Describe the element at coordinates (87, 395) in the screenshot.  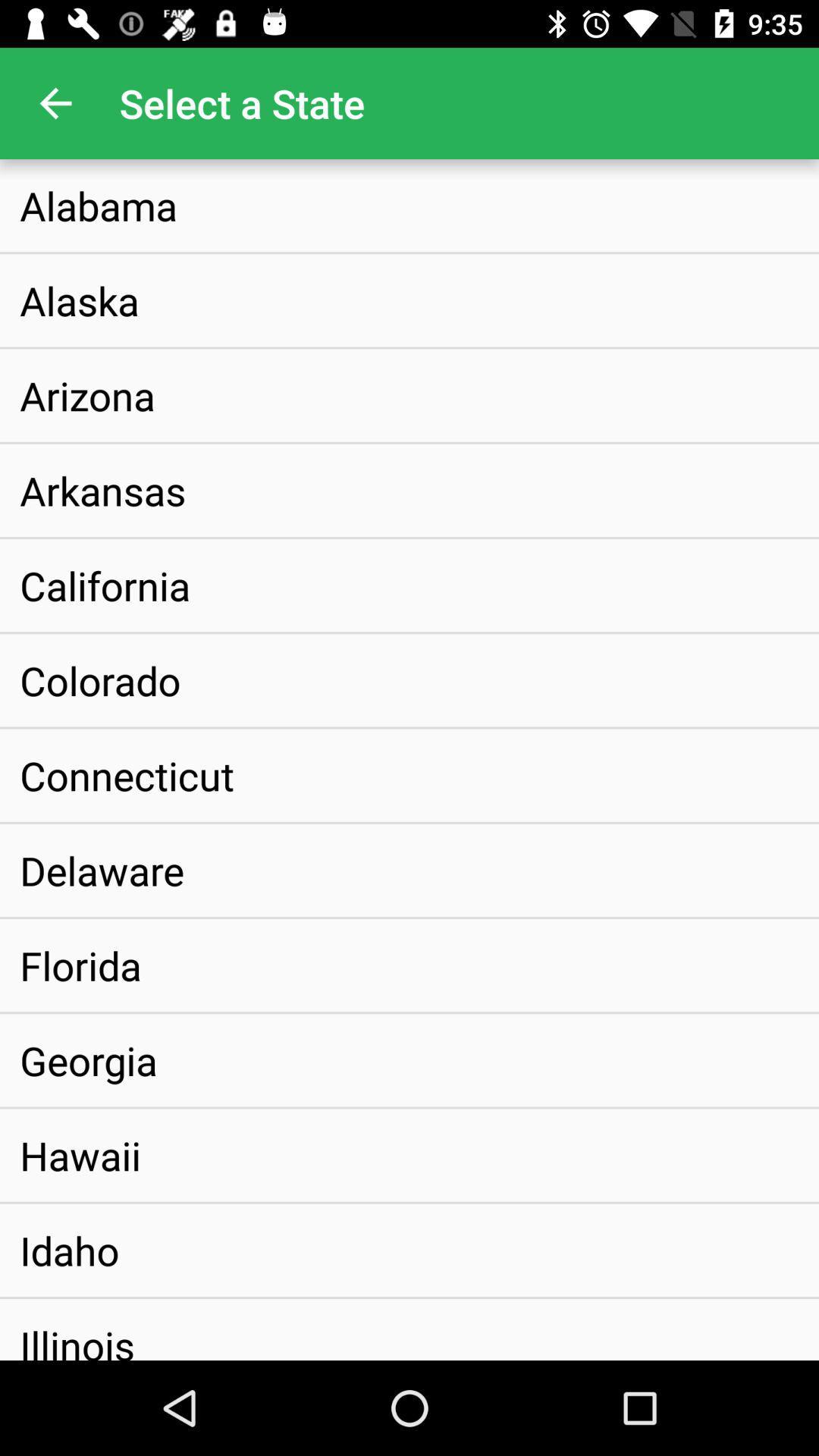
I see `the item below alaska item` at that location.